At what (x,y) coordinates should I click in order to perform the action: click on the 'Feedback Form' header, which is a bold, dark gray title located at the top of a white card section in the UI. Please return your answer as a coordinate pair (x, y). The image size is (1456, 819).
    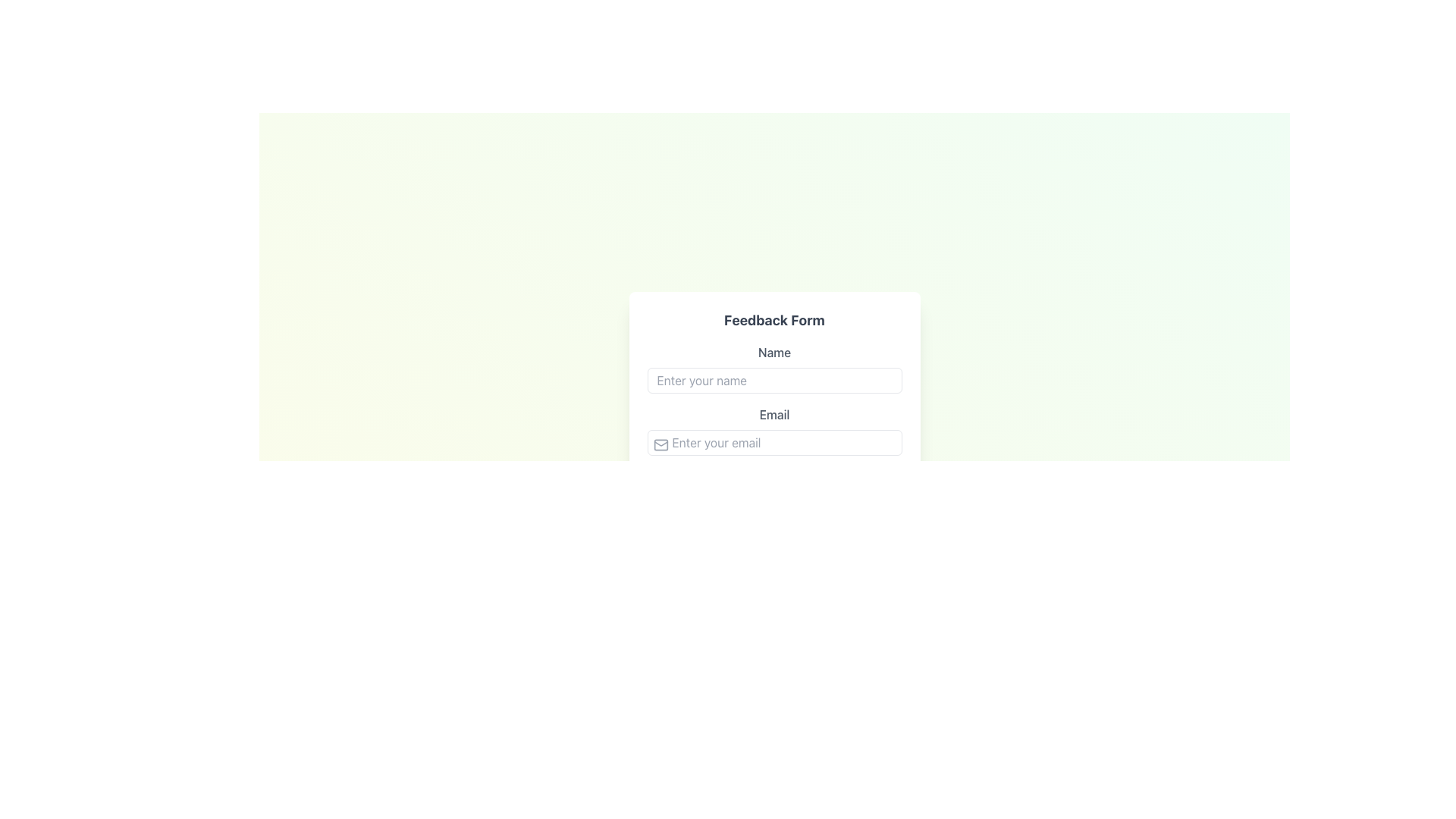
    Looking at the image, I should click on (774, 320).